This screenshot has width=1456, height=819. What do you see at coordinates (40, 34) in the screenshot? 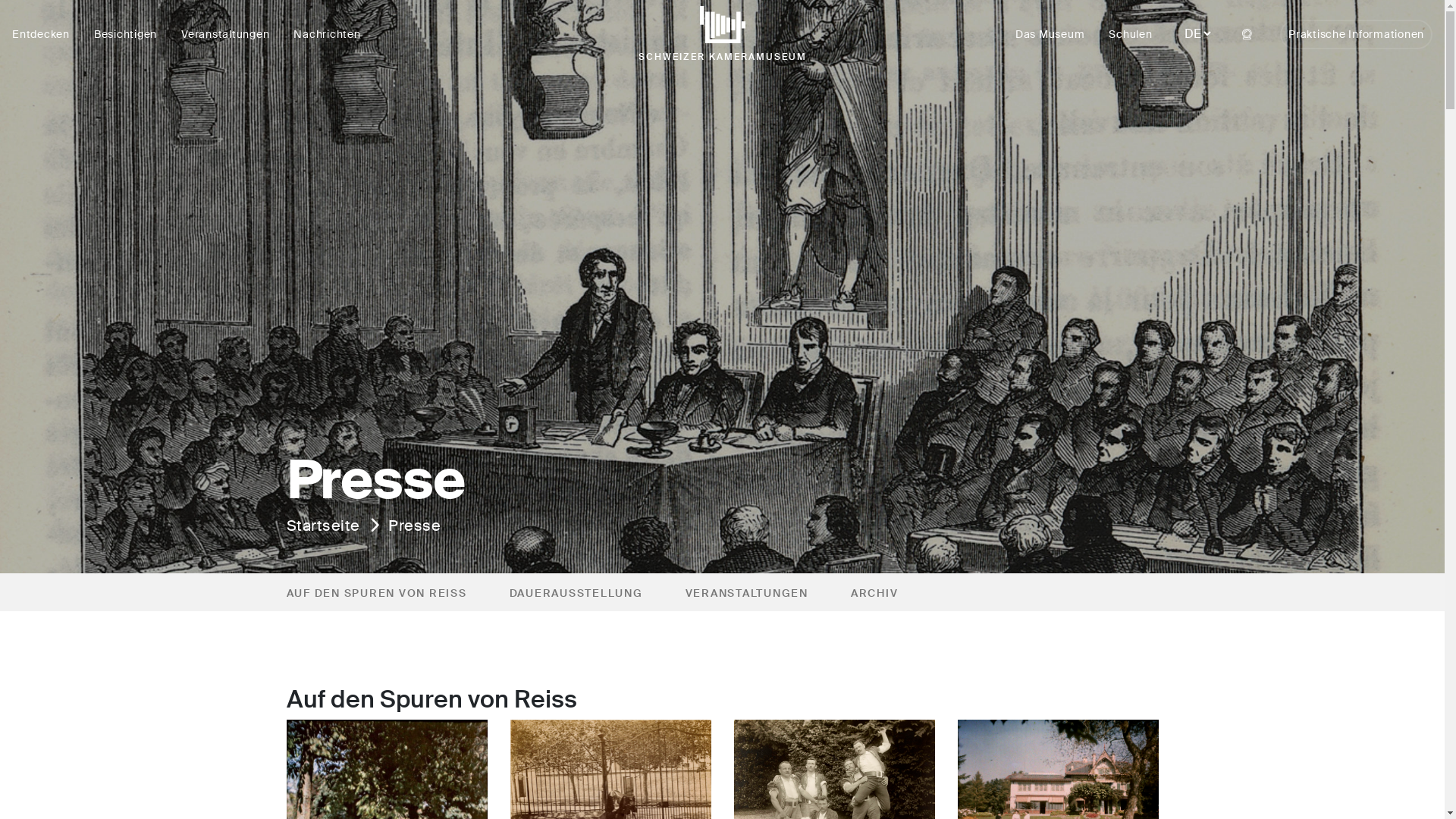
I see `'Entdecken'` at bounding box center [40, 34].